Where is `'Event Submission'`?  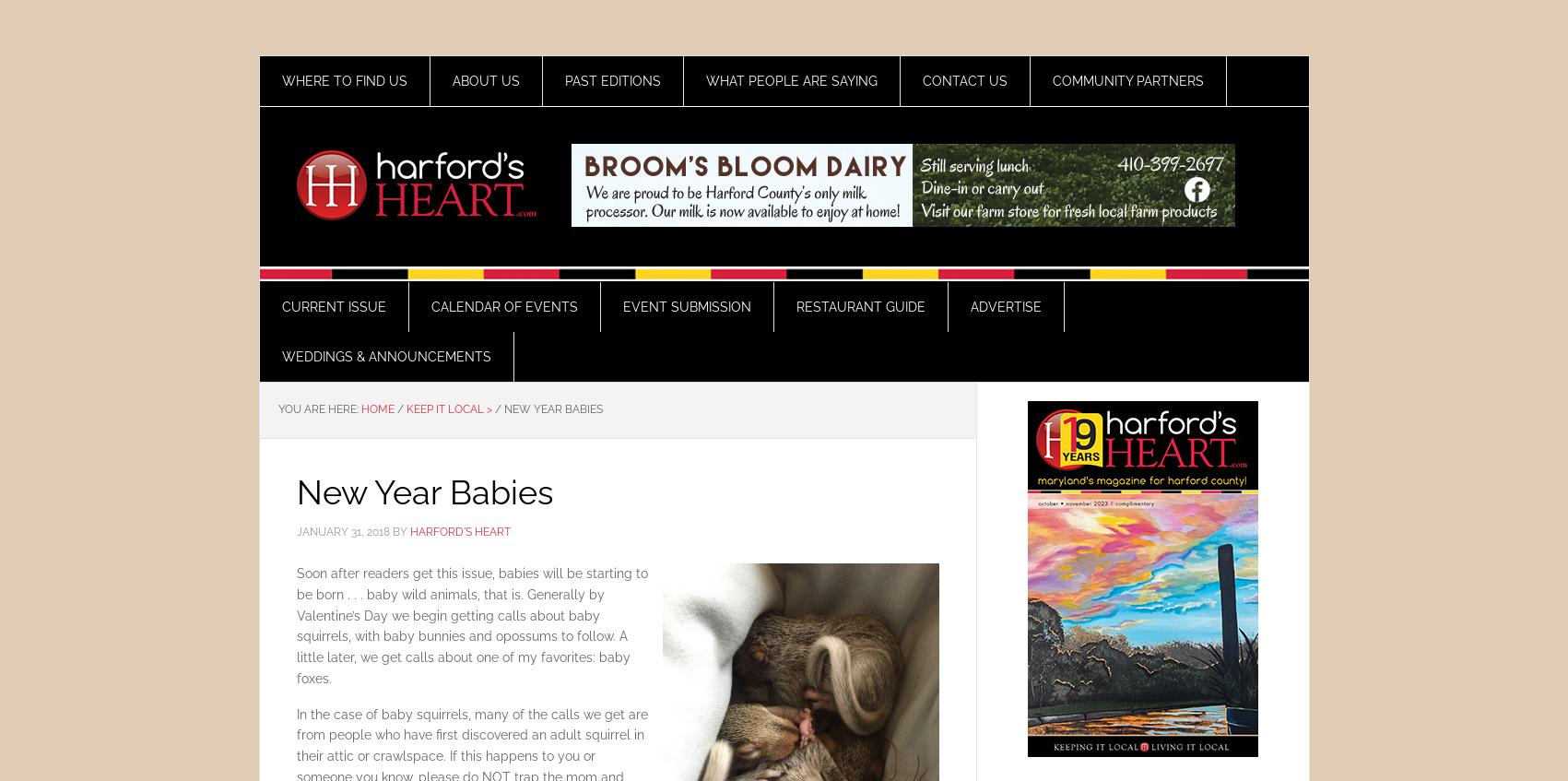 'Event Submission' is located at coordinates (686, 307).